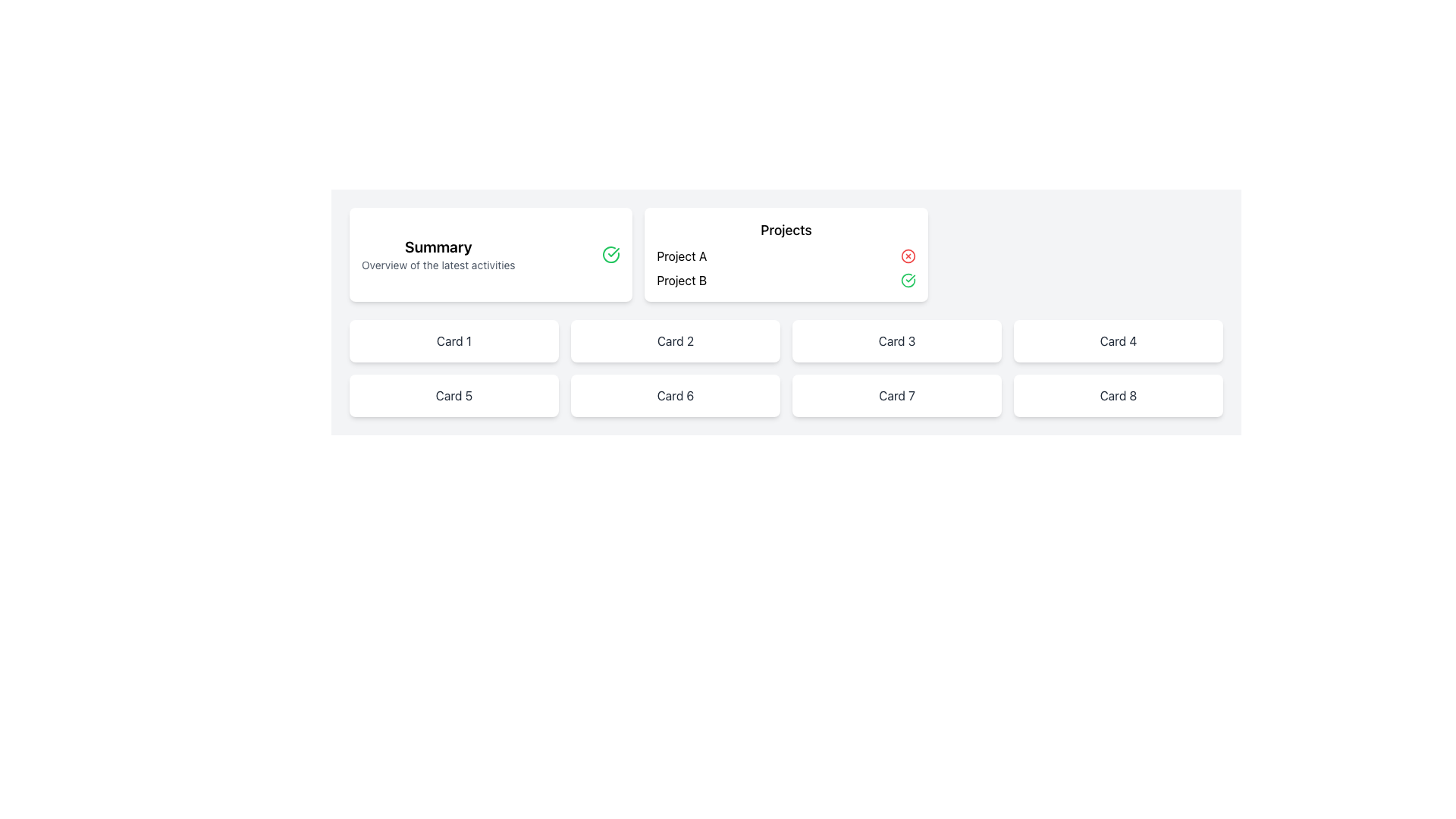 The width and height of the screenshot is (1456, 819). I want to click on information presented in the second card that displays a categorized list of projects, located centrally between the 'Summary' card and other elements, so click(786, 253).